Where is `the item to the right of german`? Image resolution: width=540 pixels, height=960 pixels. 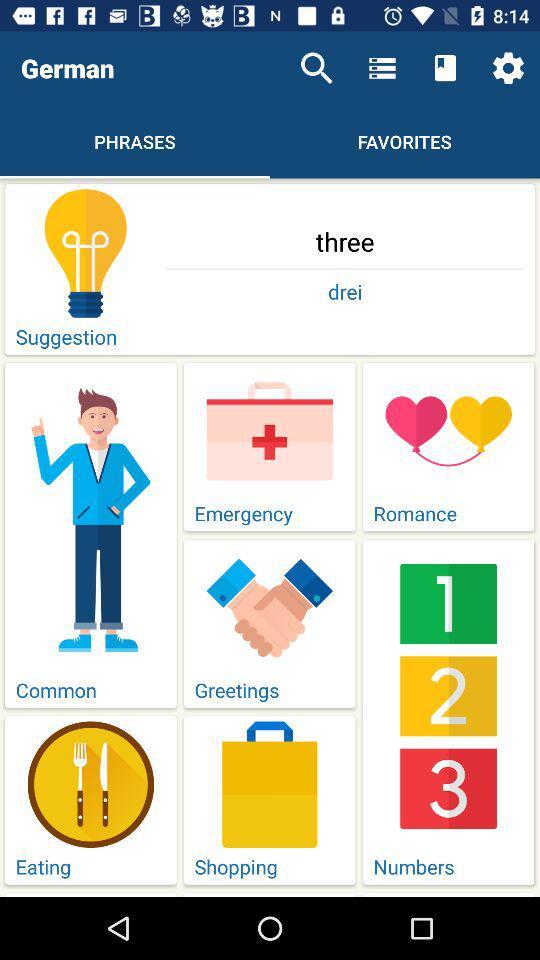
the item to the right of german is located at coordinates (316, 68).